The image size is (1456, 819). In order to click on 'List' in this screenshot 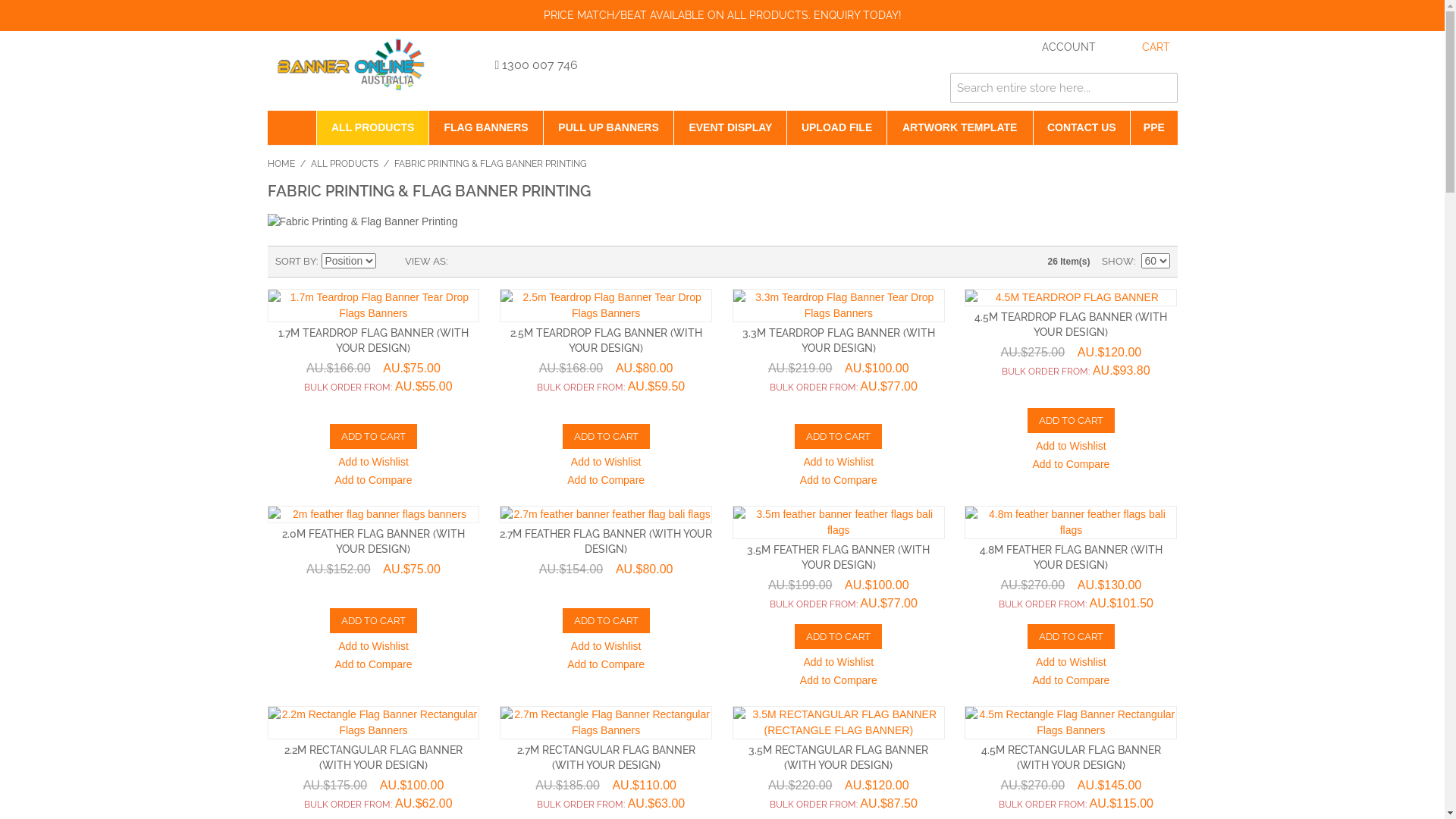, I will do `click(488, 260)`.